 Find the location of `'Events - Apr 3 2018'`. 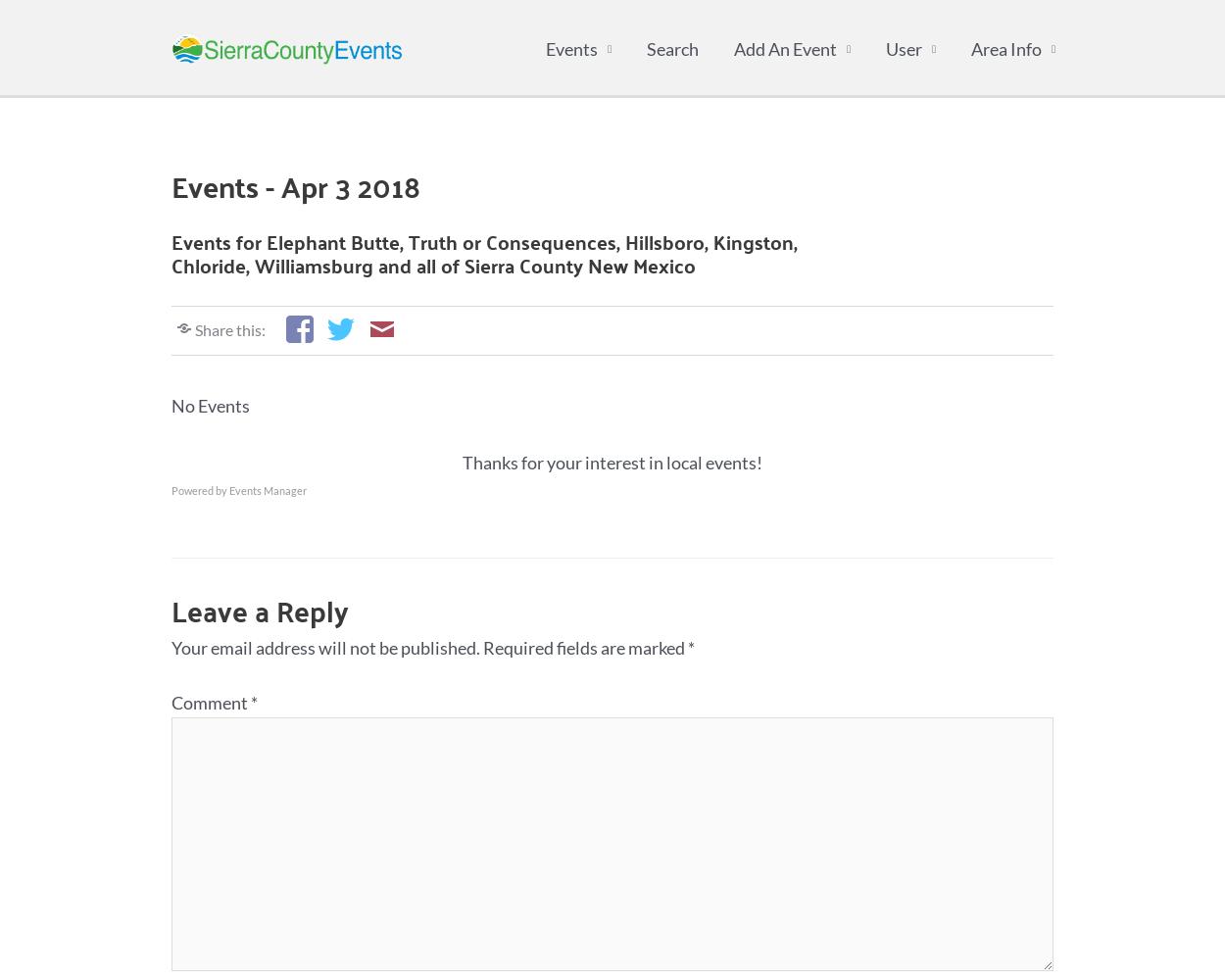

'Events - Apr 3 2018' is located at coordinates (171, 184).